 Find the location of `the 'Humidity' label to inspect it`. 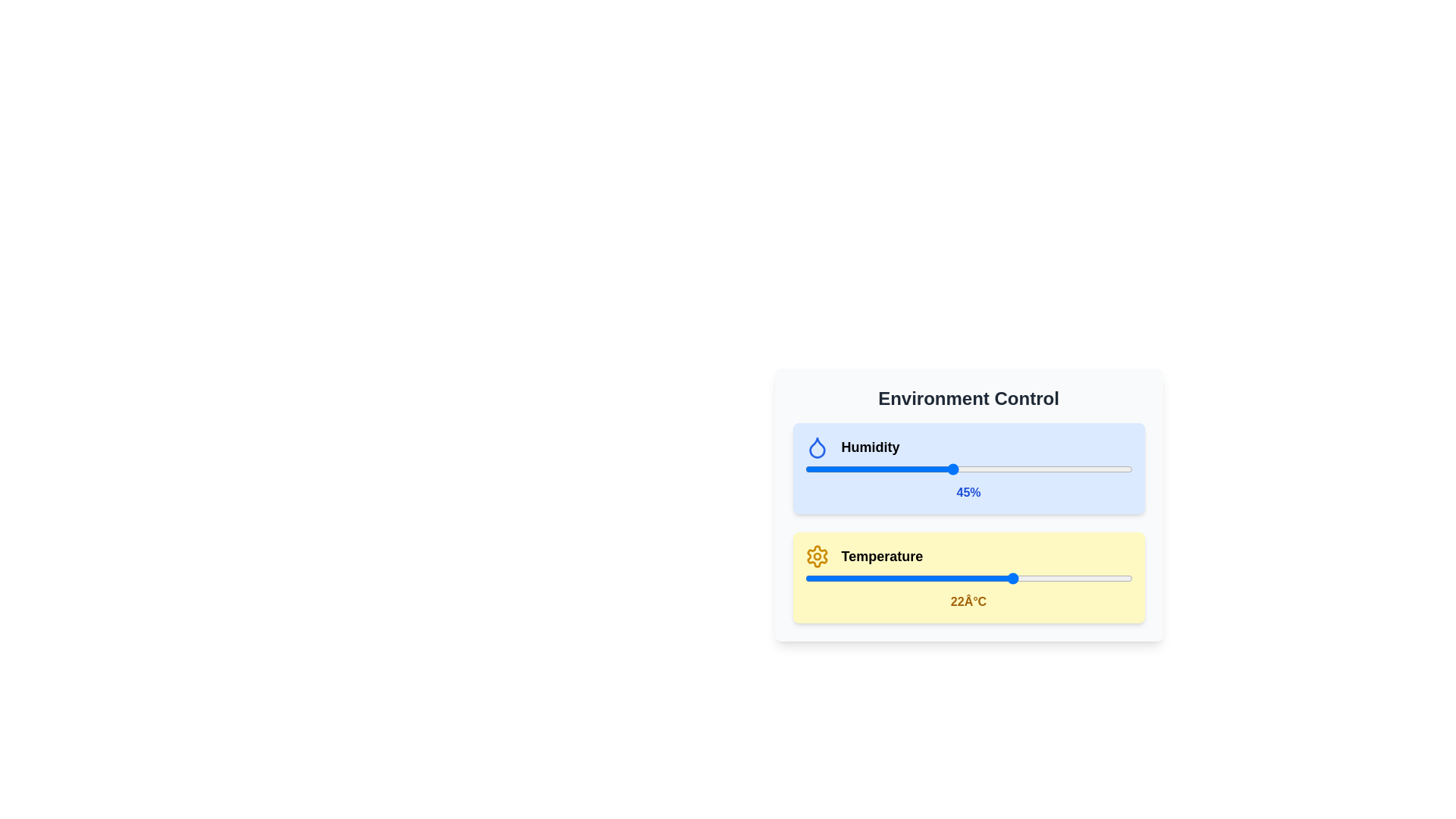

the 'Humidity' label to inspect it is located at coordinates (870, 447).